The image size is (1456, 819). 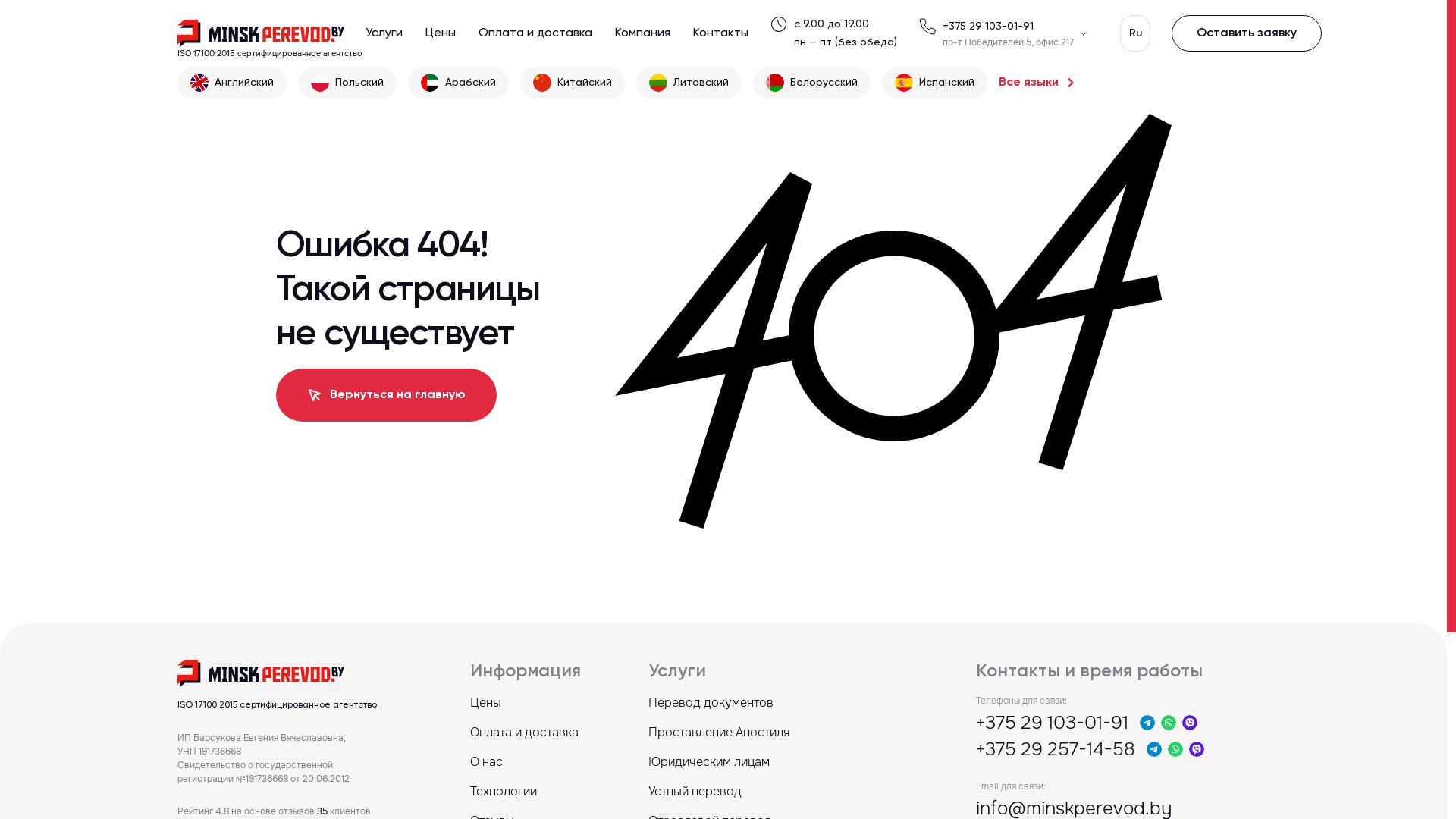 I want to click on '35', so click(x=322, y=810).